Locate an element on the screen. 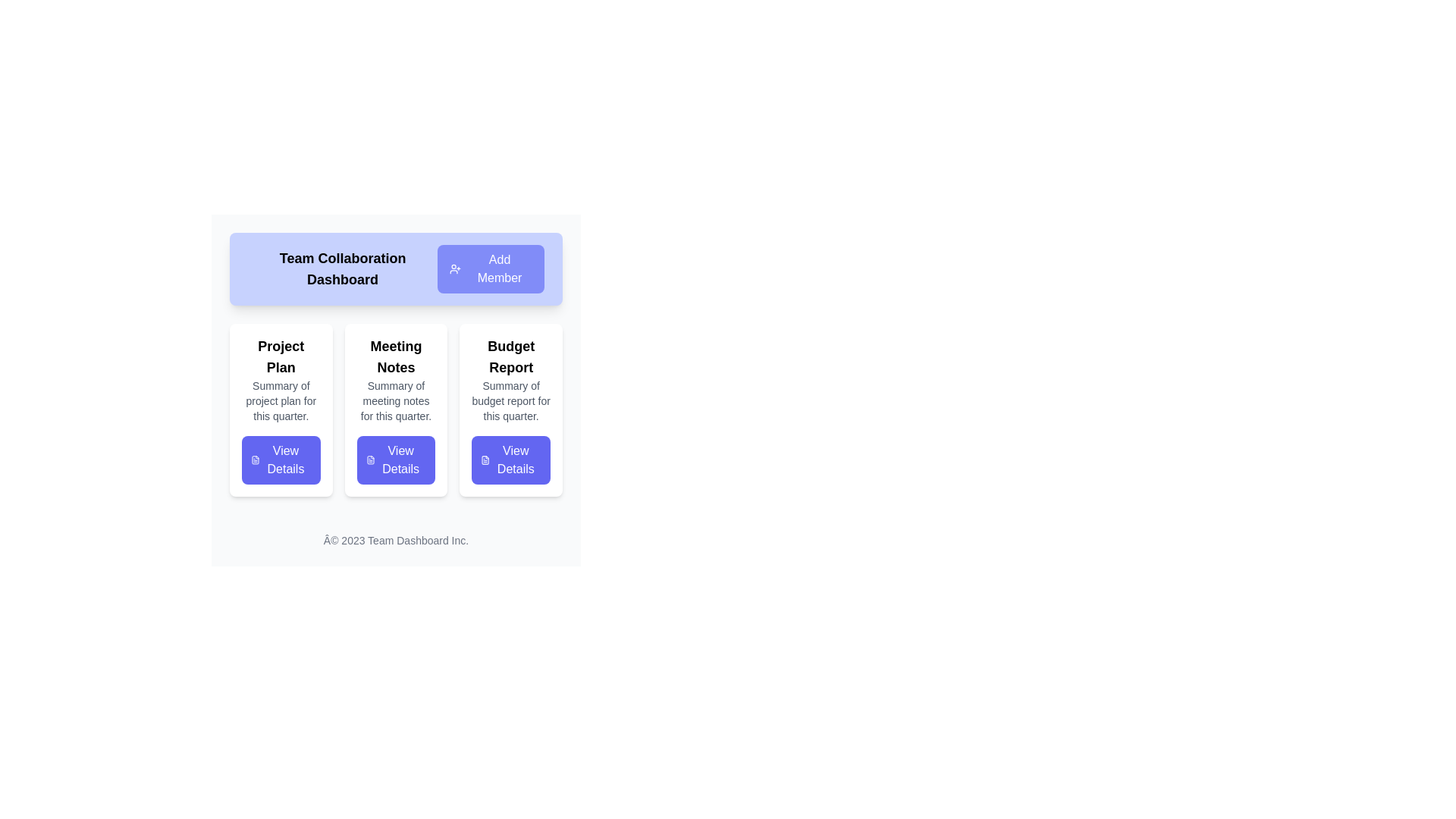  the 'View Details' button located at the bottom of one of the category cards in the Team Collaboration Dashboard is located at coordinates (396, 390).